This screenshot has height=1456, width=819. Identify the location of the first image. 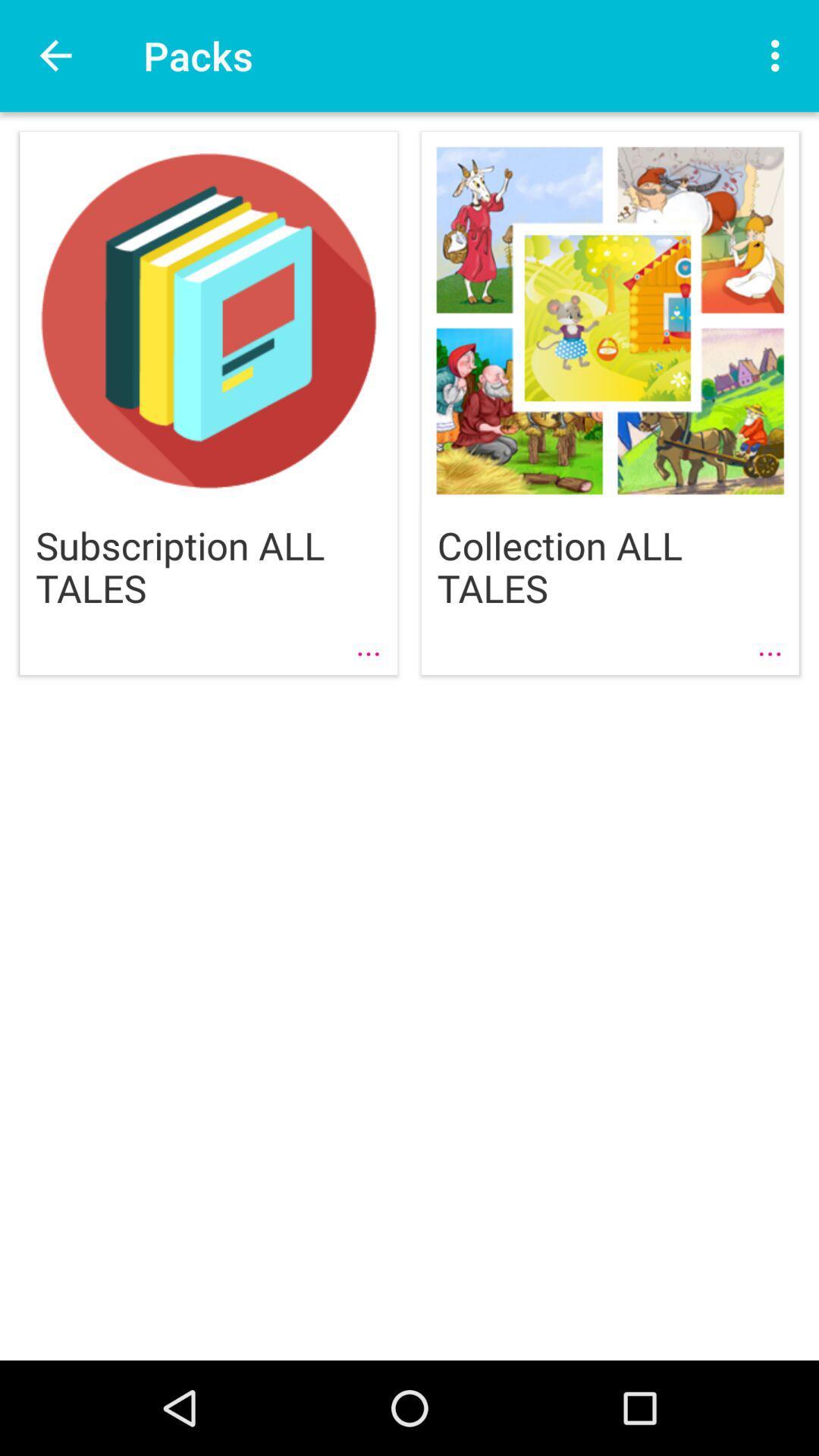
(208, 416).